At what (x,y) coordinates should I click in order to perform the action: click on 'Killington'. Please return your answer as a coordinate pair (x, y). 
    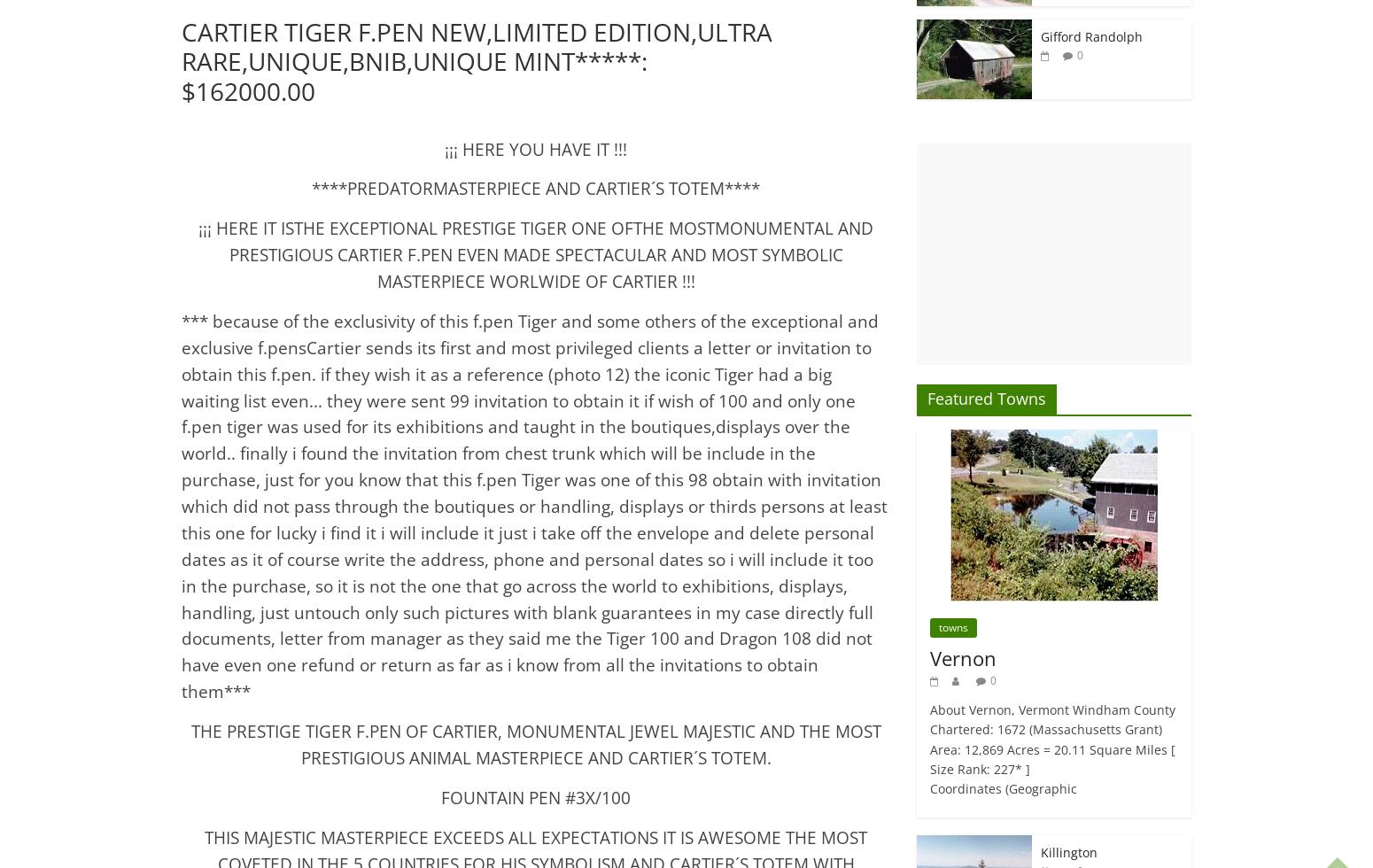
    Looking at the image, I should click on (1068, 851).